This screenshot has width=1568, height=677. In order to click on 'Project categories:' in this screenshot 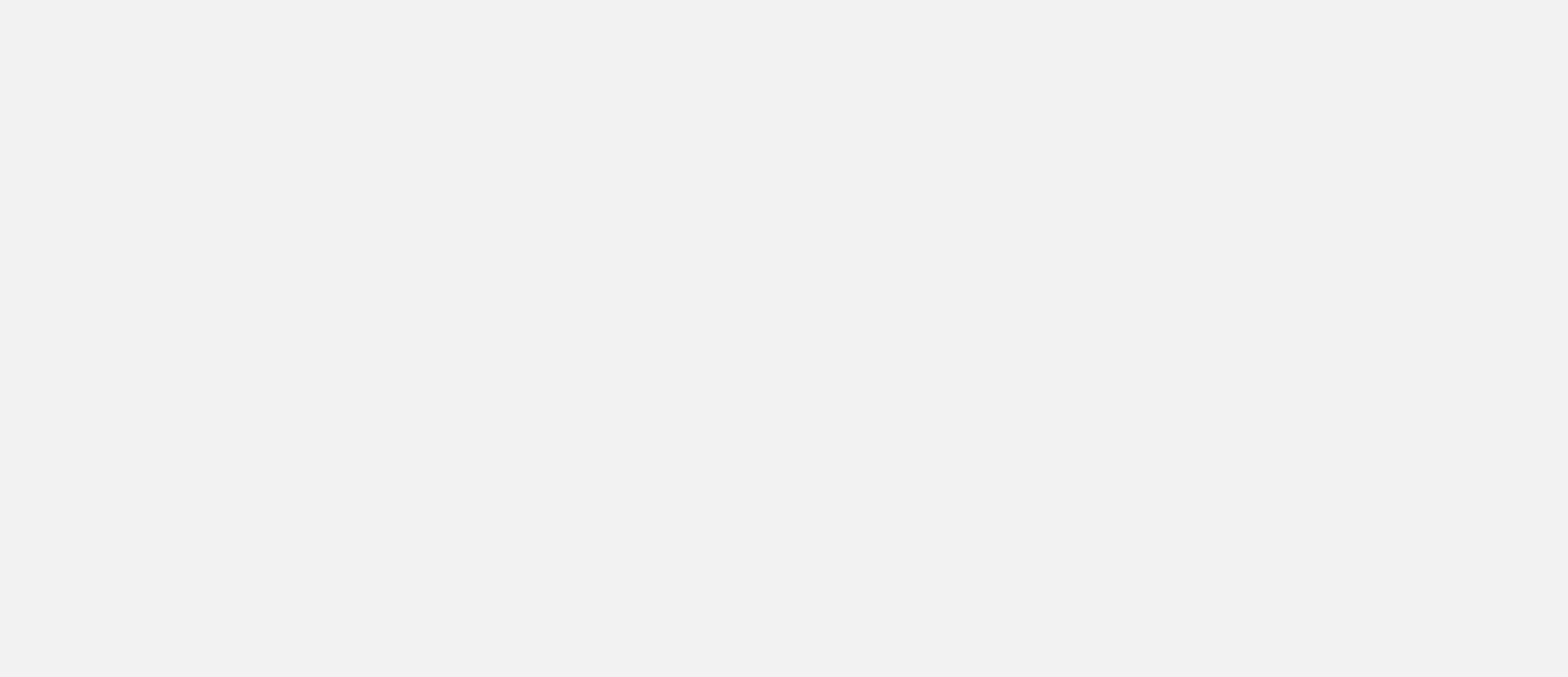, I will do `click(999, 24)`.